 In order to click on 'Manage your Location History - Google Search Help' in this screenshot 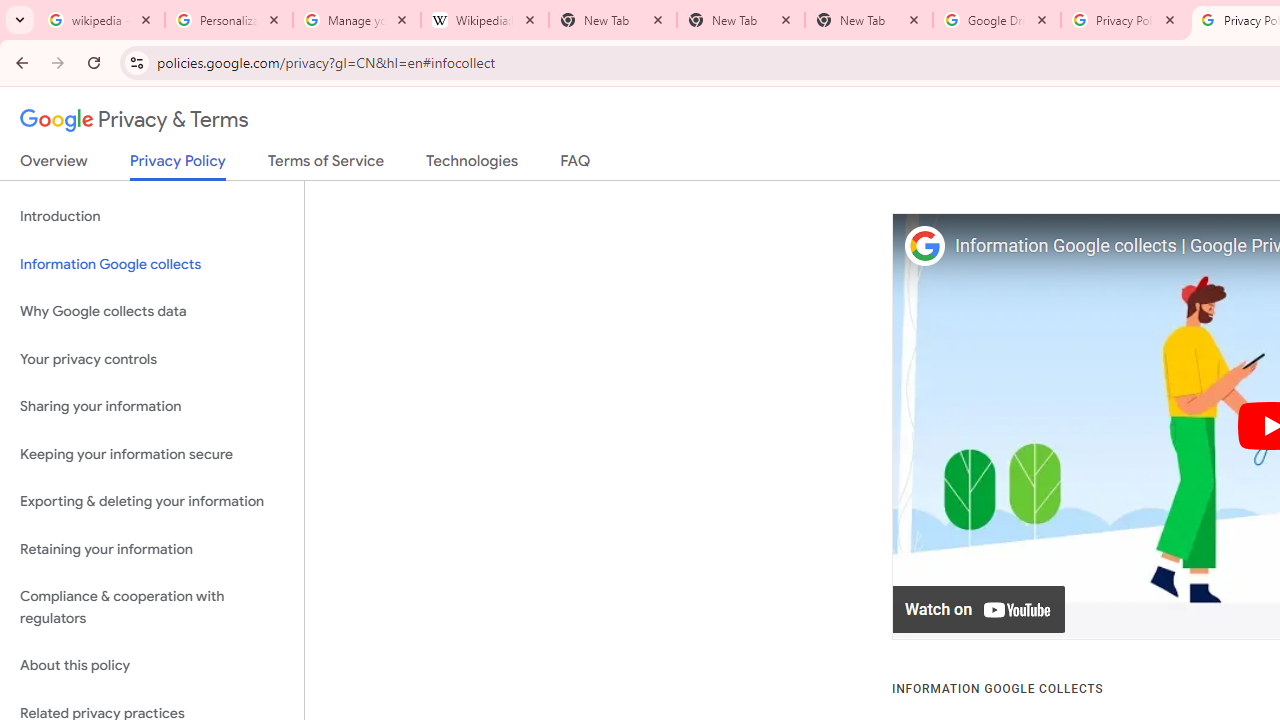, I will do `click(357, 20)`.